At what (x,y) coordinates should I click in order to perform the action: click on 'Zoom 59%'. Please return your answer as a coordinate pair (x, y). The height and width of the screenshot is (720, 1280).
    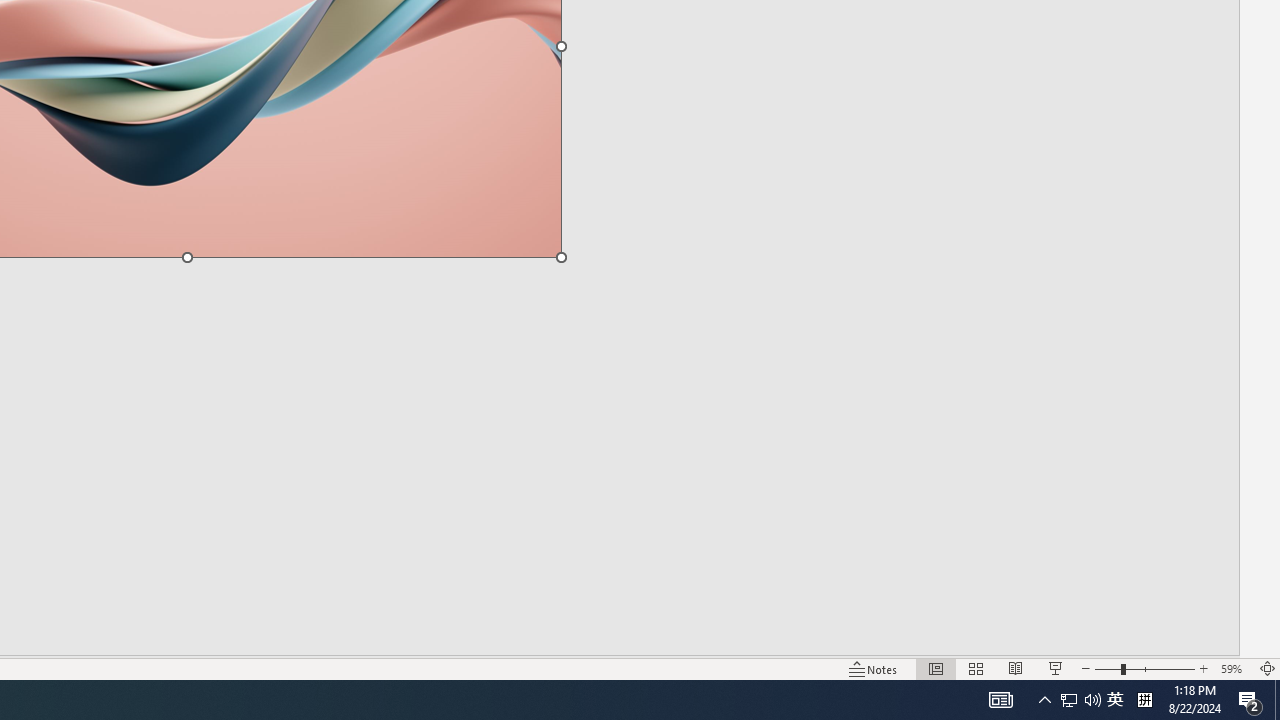
    Looking at the image, I should click on (1233, 669).